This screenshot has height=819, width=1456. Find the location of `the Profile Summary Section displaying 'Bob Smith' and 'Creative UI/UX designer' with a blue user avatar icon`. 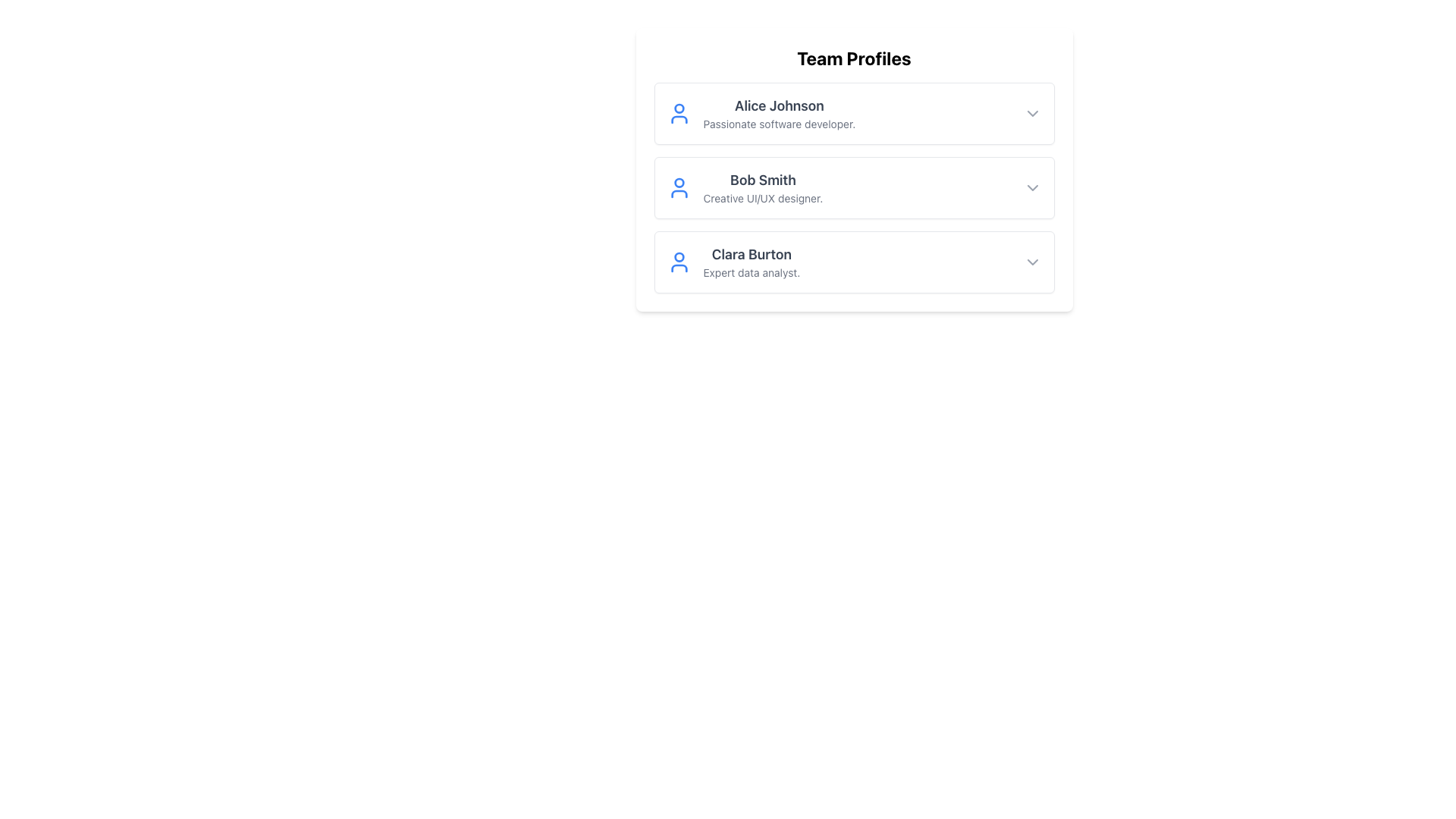

the Profile Summary Section displaying 'Bob Smith' and 'Creative UI/UX designer' with a blue user avatar icon is located at coordinates (745, 187).